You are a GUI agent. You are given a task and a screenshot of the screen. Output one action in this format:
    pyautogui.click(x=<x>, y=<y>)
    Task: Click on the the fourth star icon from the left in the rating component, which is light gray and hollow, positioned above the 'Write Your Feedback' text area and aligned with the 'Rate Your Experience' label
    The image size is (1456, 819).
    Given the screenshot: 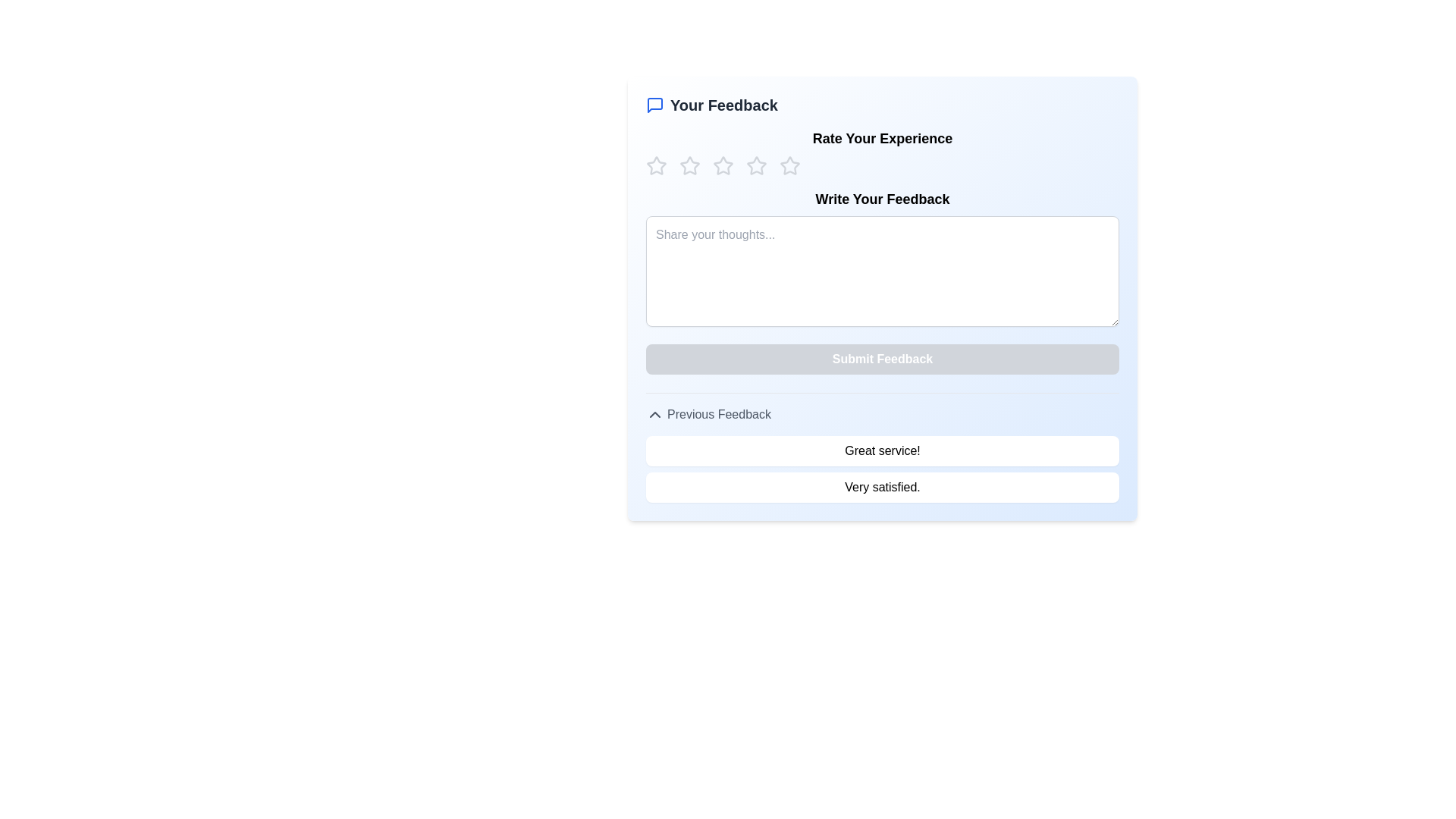 What is the action you would take?
    pyautogui.click(x=757, y=166)
    